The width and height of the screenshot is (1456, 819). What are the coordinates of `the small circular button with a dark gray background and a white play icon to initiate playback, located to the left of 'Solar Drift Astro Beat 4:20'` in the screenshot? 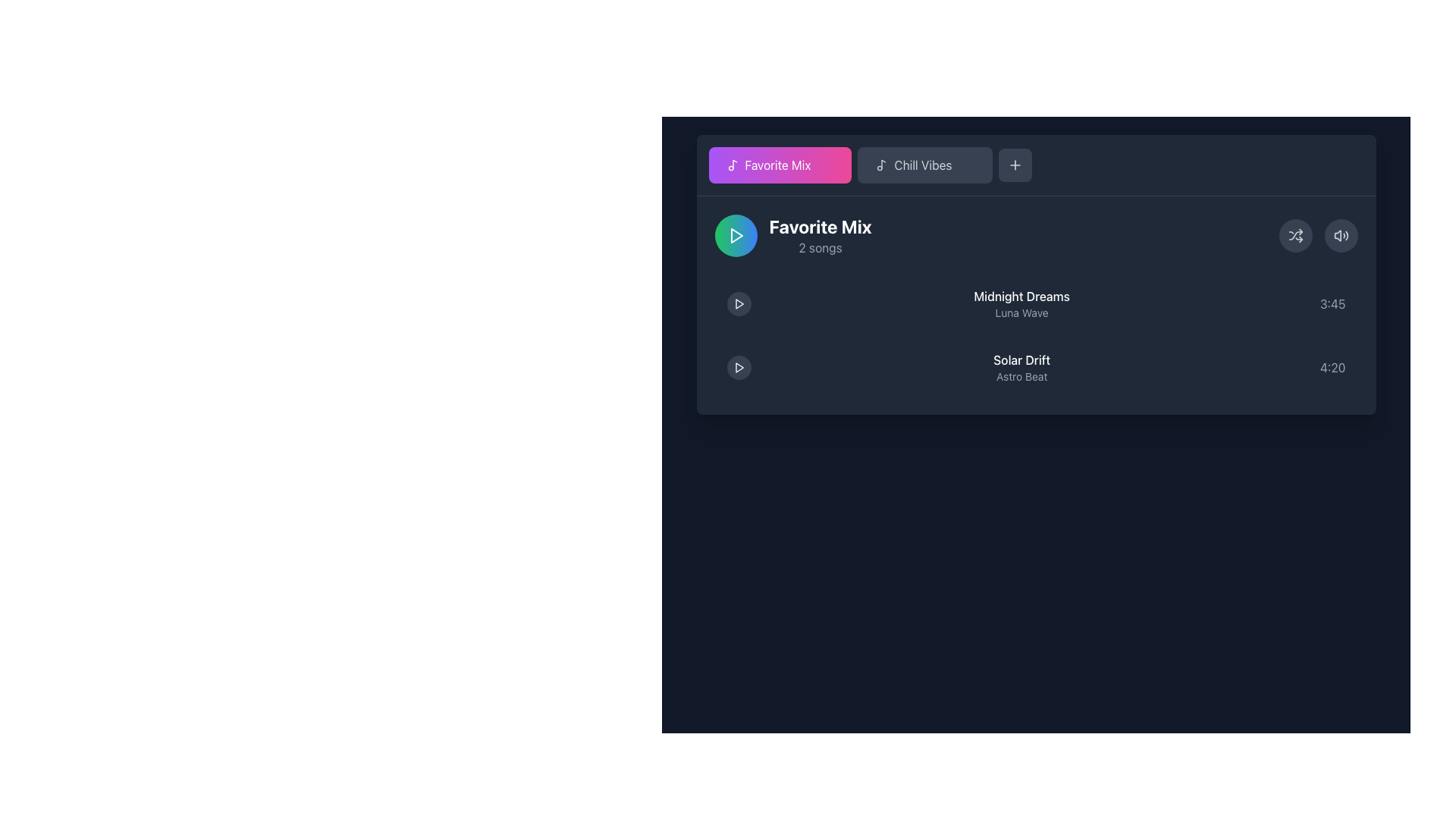 It's located at (739, 368).